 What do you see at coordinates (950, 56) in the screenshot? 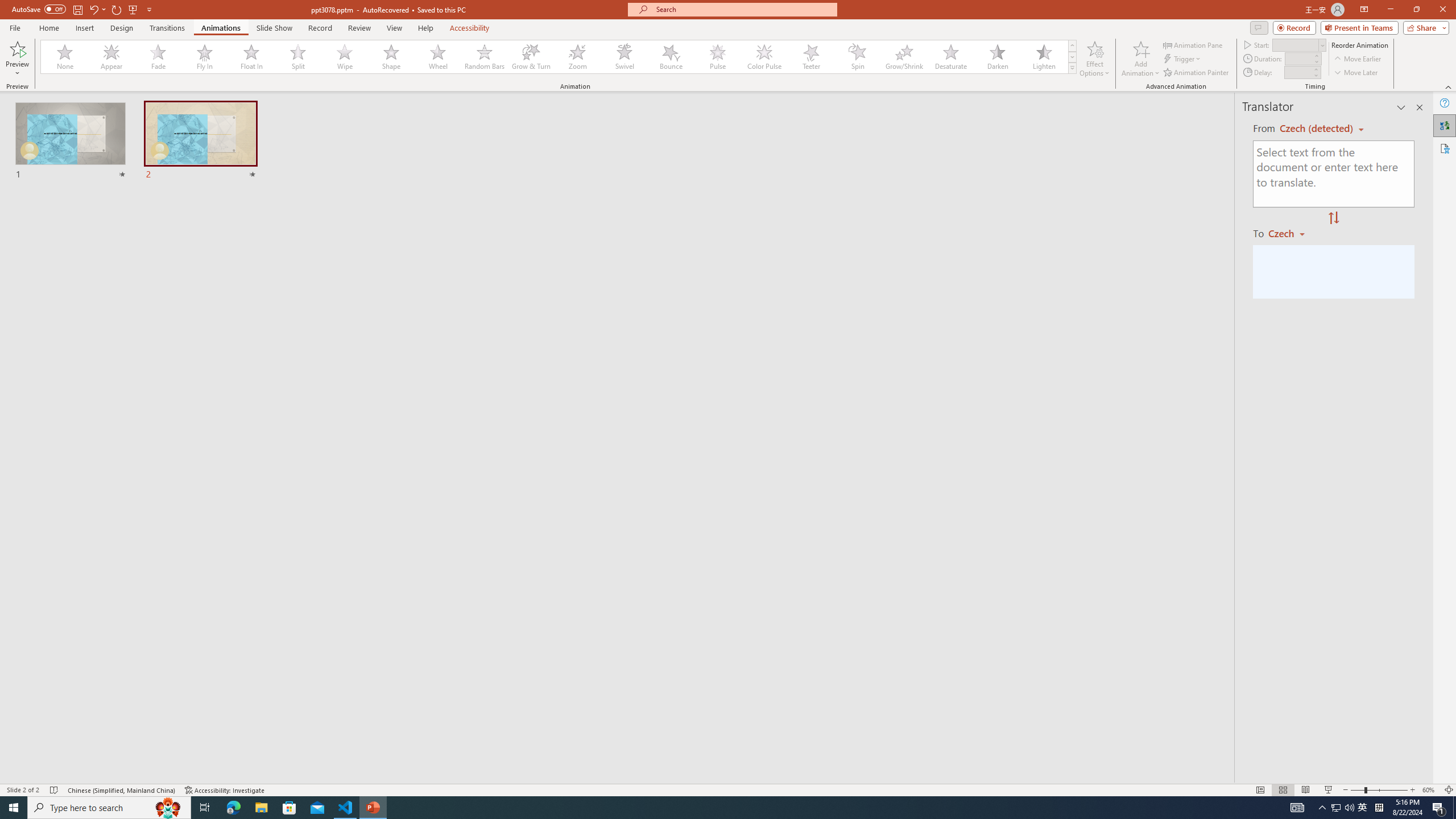
I see `'Desaturate'` at bounding box center [950, 56].